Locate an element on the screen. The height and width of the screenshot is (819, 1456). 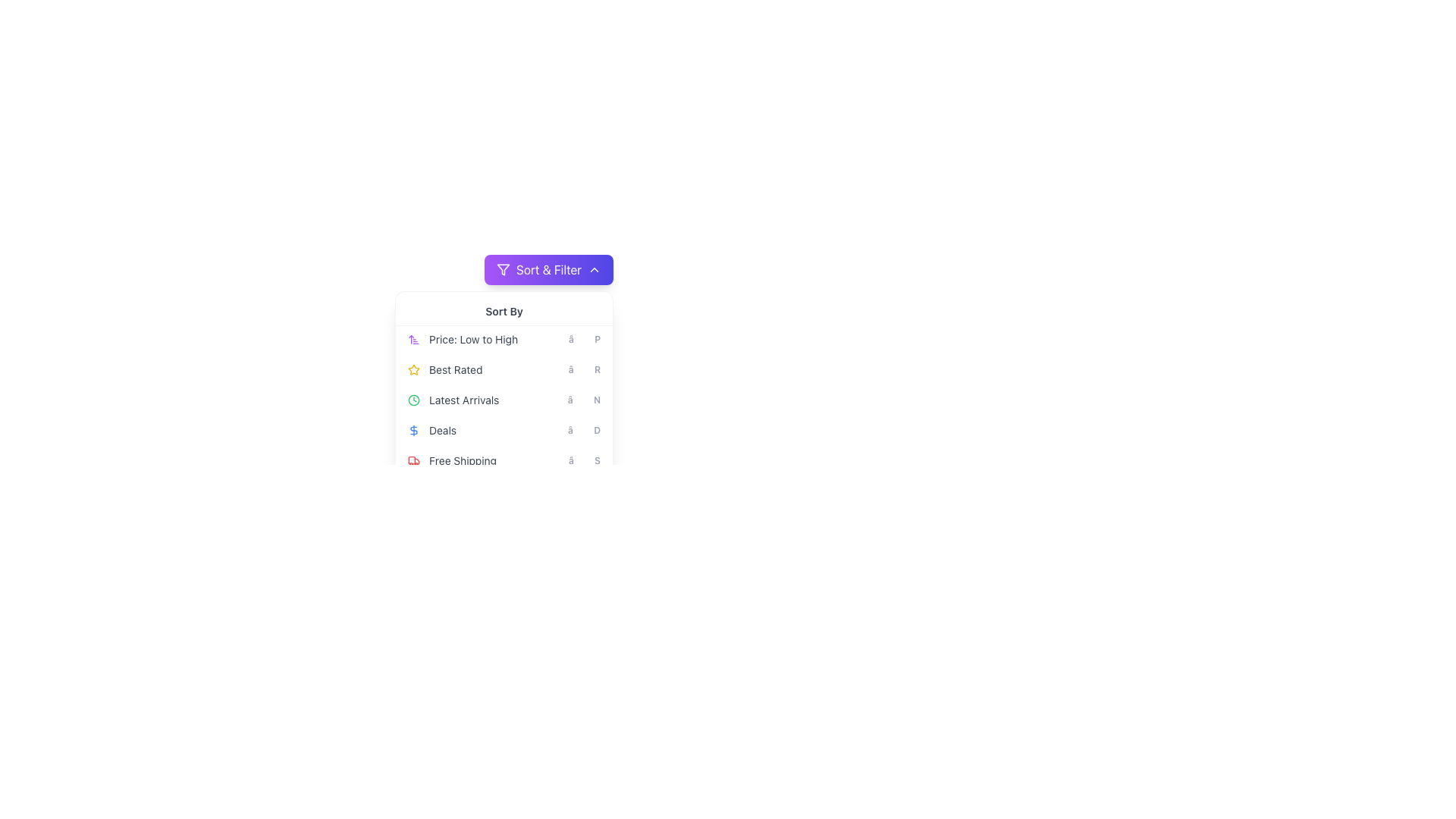
the sorting and filtering icon located within the central area of the purple button labeled 'Sort & Filter' at the top of the interface is located at coordinates (503, 268).